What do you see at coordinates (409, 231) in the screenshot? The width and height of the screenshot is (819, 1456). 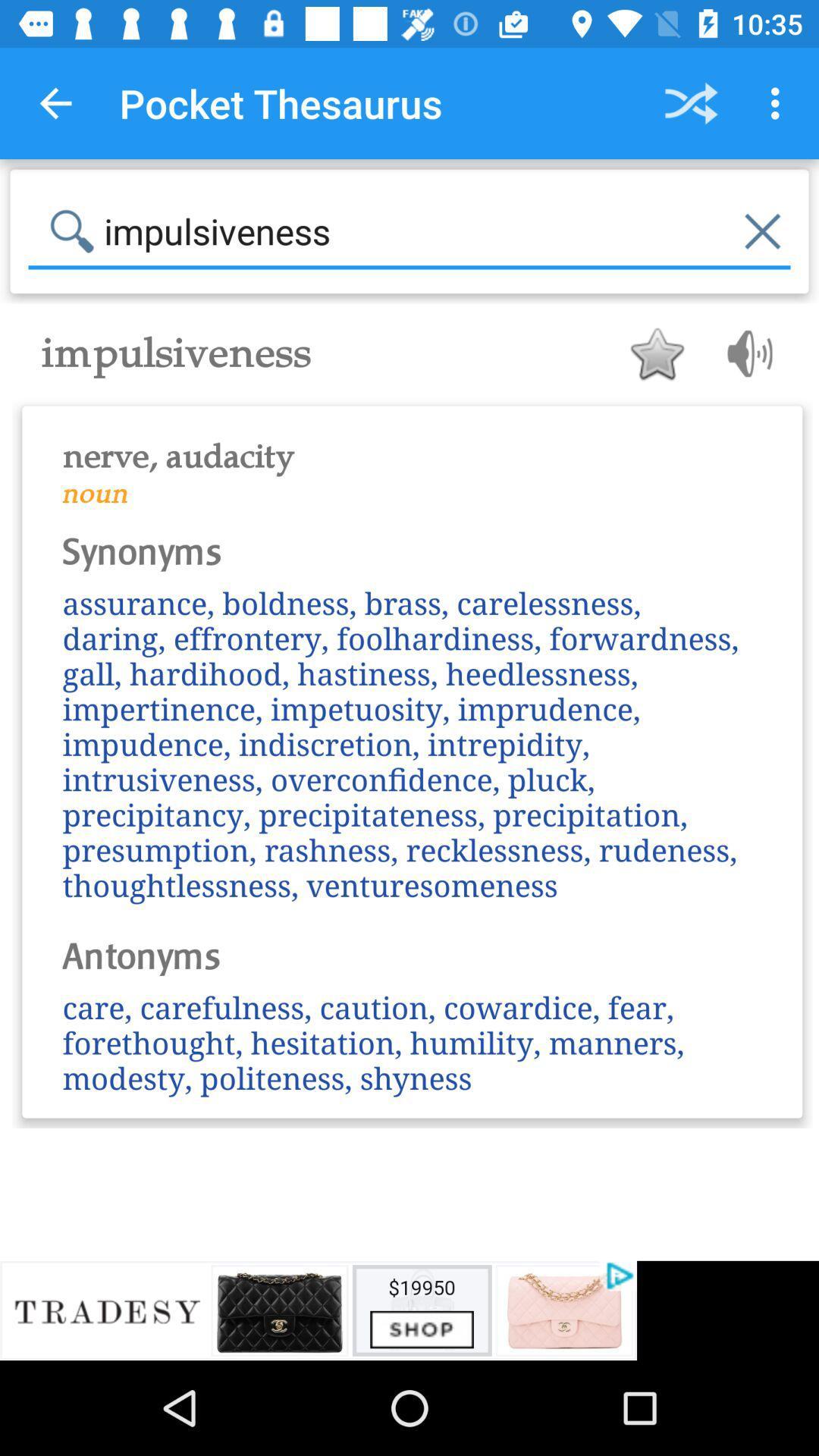 I see `search bar` at bounding box center [409, 231].